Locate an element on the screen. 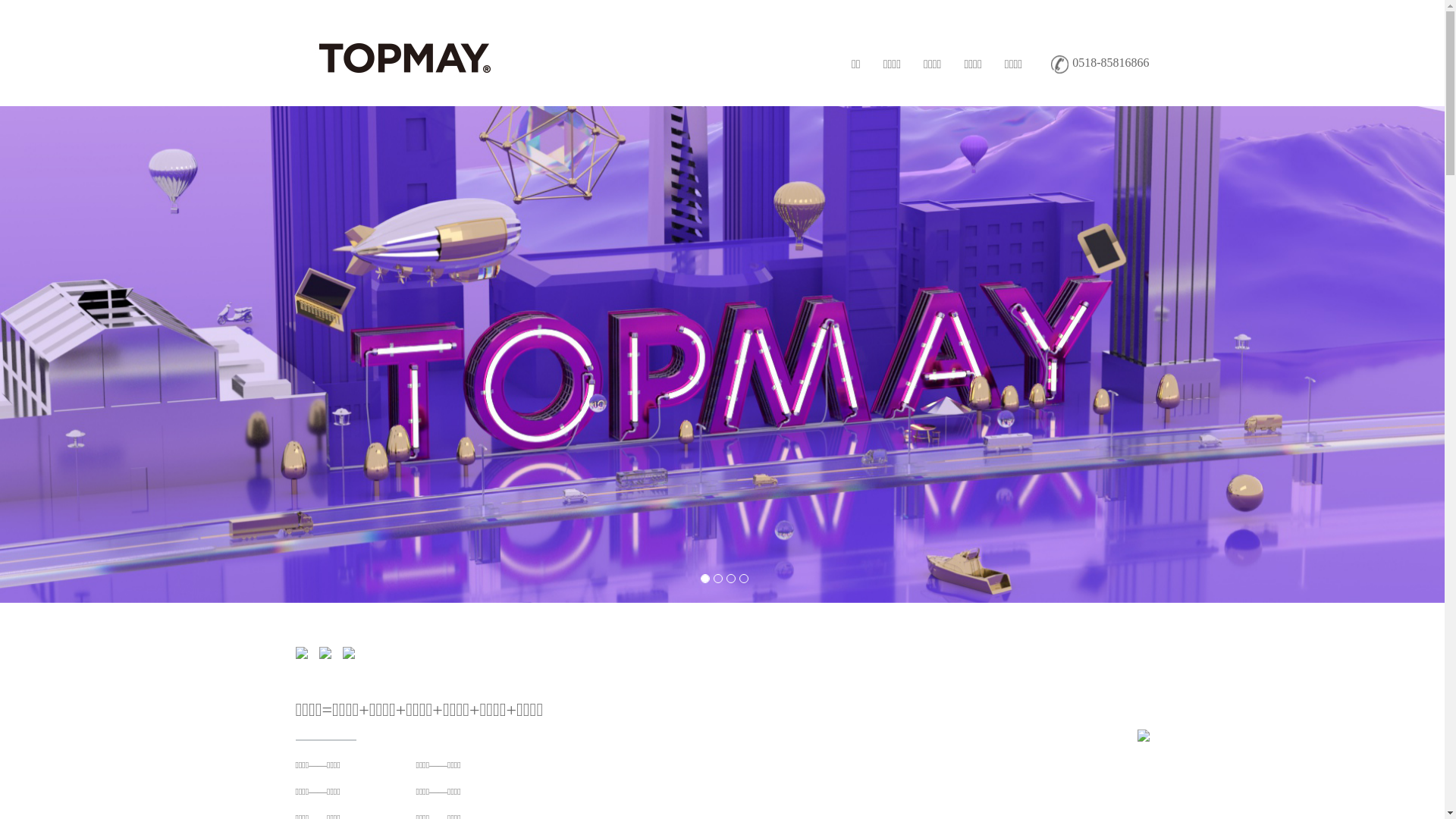  '4' is located at coordinates (743, 579).